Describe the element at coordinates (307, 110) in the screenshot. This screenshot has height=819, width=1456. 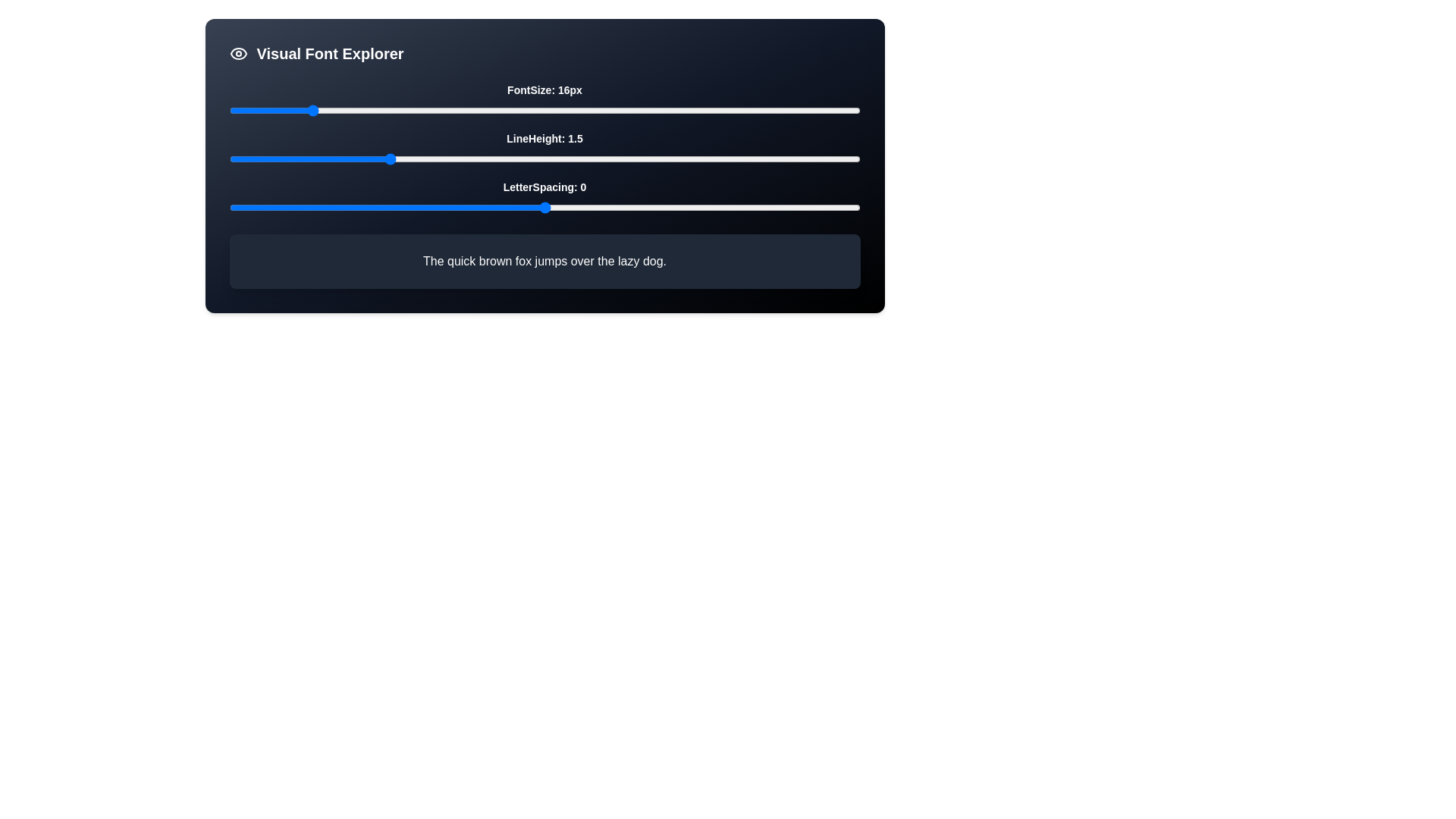
I see `the font size slider to 16 pixels` at that location.